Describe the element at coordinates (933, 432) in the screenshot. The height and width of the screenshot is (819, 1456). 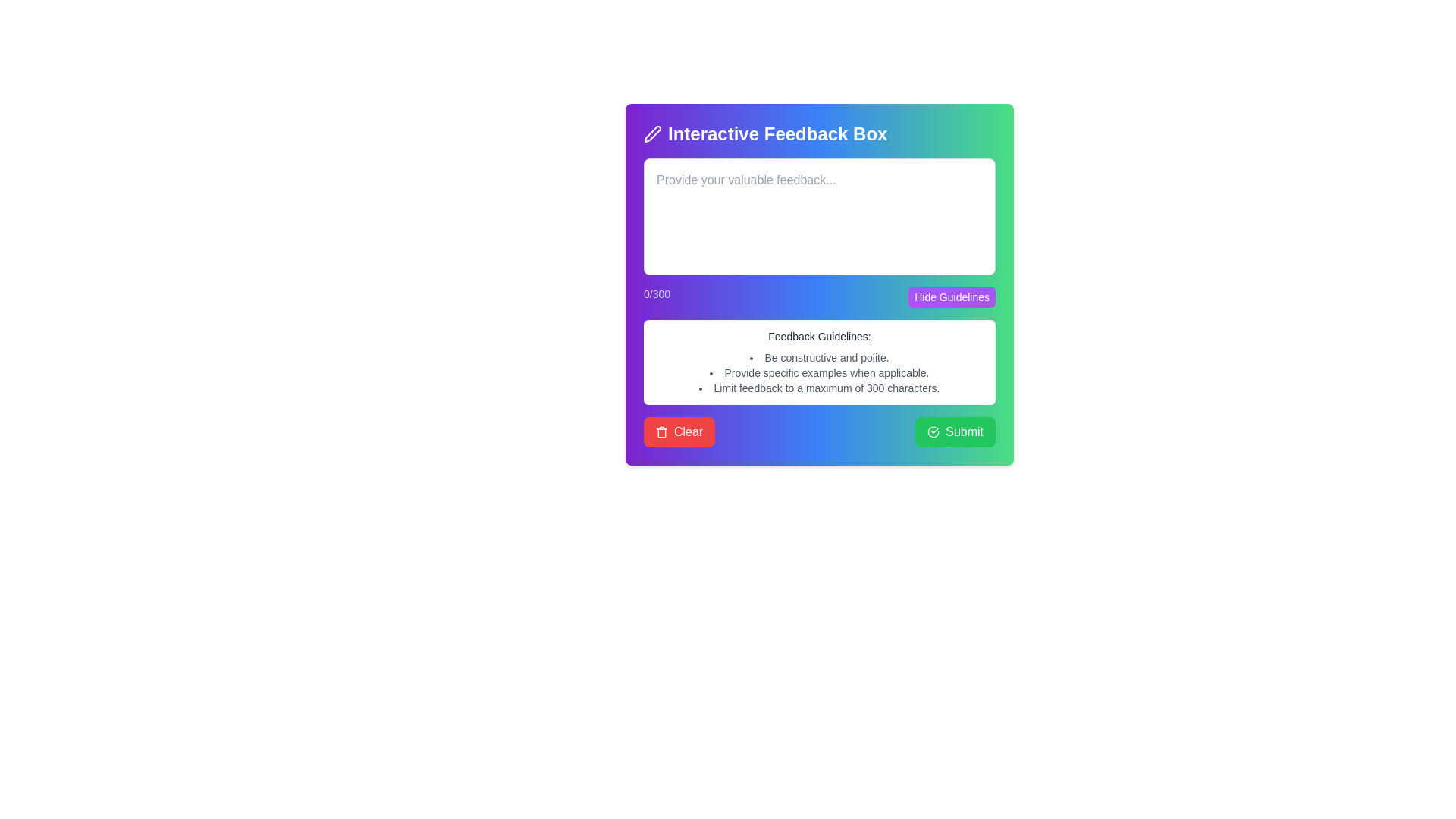
I see `the circular icon with a checkmark inside it, which is styled with a green stroke and located to the left of the text 'Submit' in the button group at the bottom-right of the feedback box` at that location.